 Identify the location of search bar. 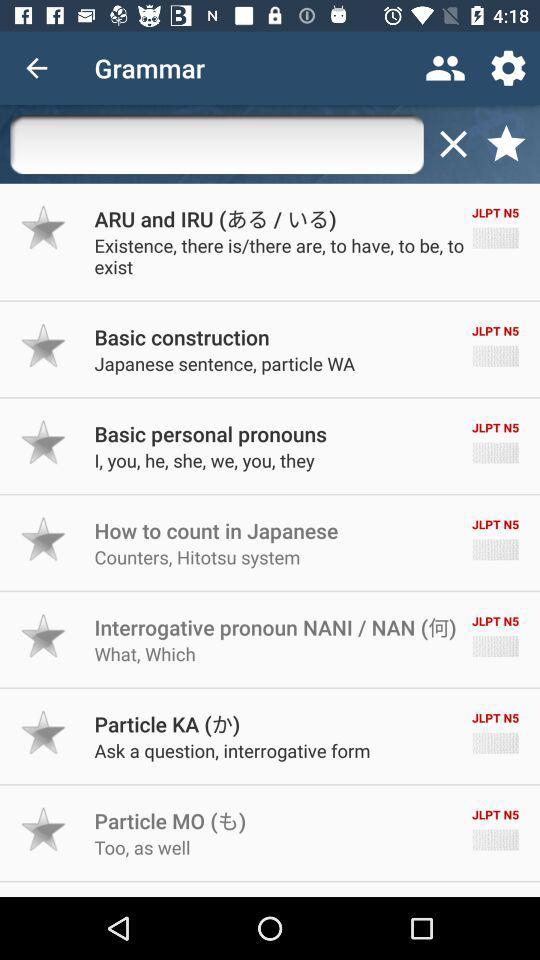
(216, 143).